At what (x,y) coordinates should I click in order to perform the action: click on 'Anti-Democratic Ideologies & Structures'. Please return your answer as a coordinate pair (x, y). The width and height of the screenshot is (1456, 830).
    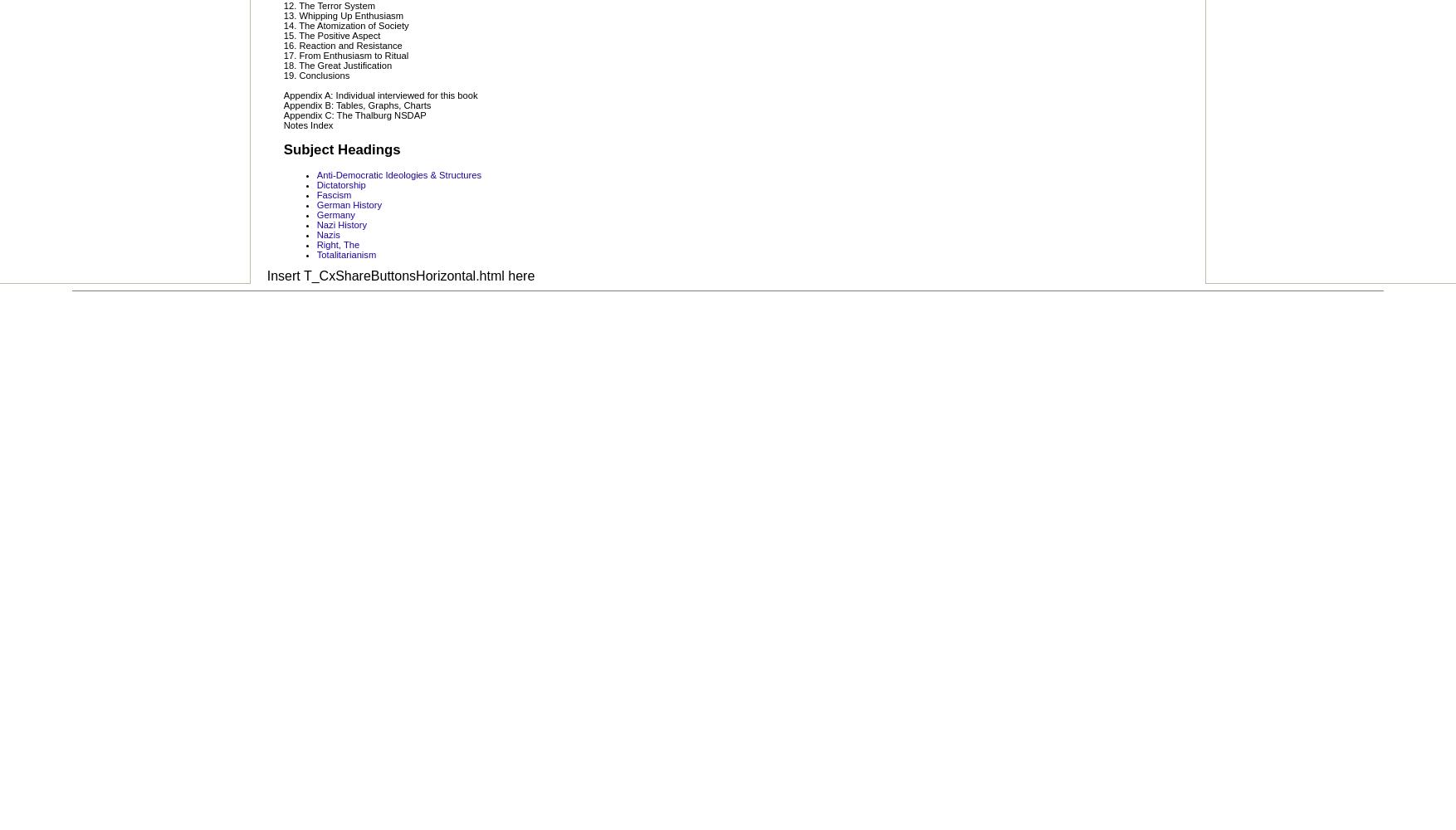
    Looking at the image, I should click on (398, 173).